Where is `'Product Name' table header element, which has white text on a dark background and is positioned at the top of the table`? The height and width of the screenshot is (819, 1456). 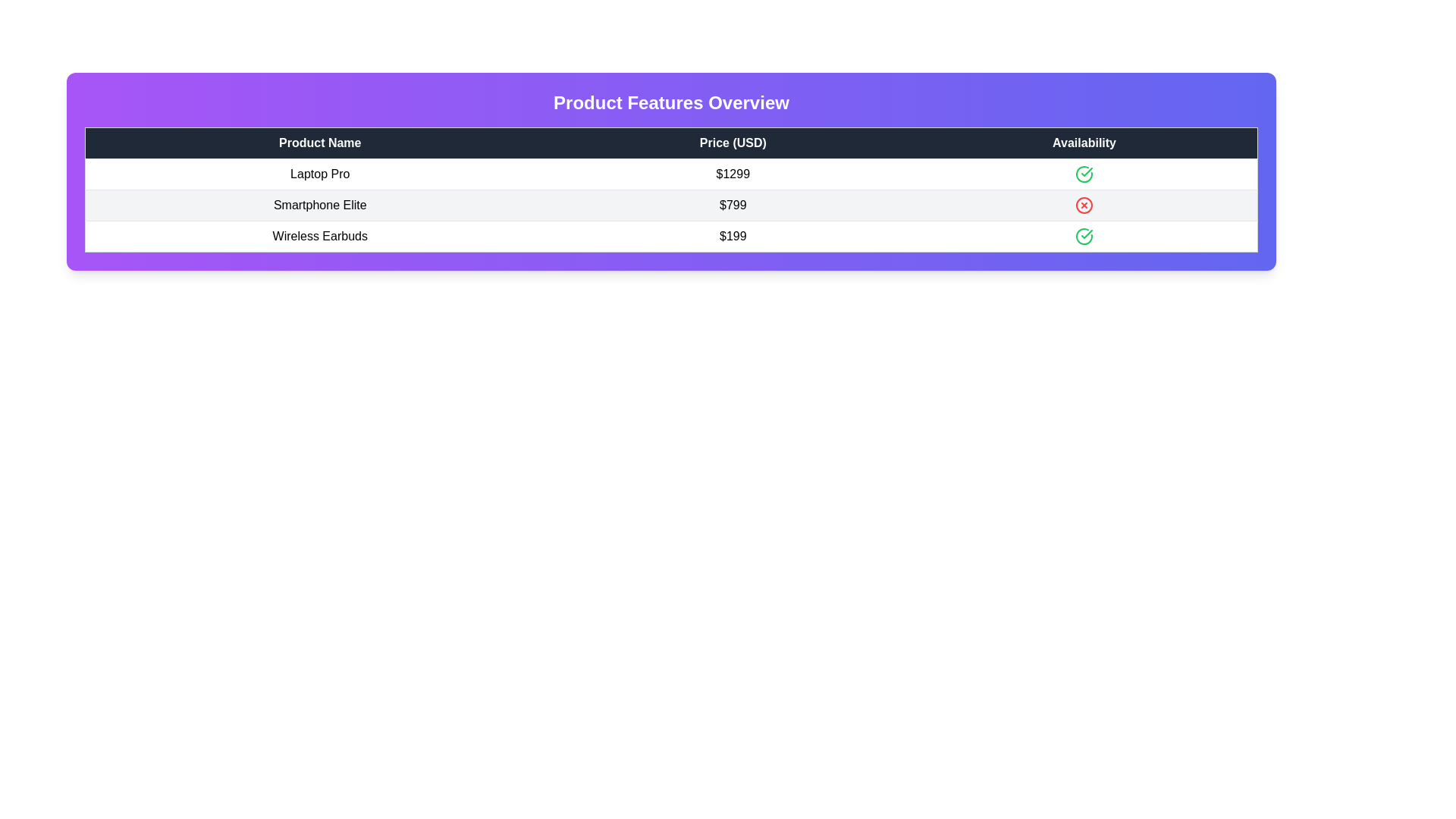
'Product Name' table header element, which has white text on a dark background and is positioned at the top of the table is located at coordinates (319, 143).